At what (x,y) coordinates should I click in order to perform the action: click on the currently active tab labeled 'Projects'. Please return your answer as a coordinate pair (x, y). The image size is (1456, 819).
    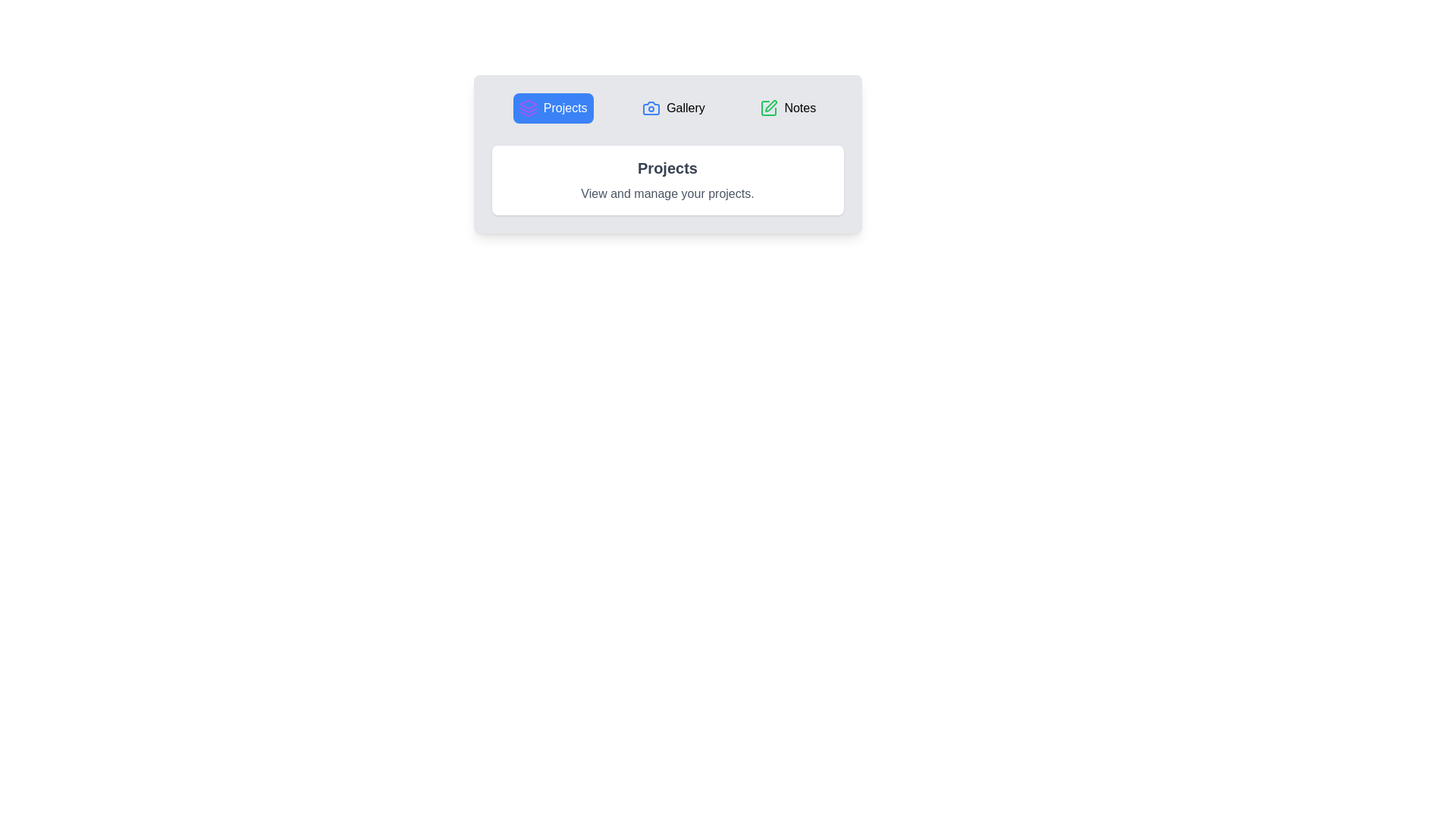
    Looking at the image, I should click on (552, 107).